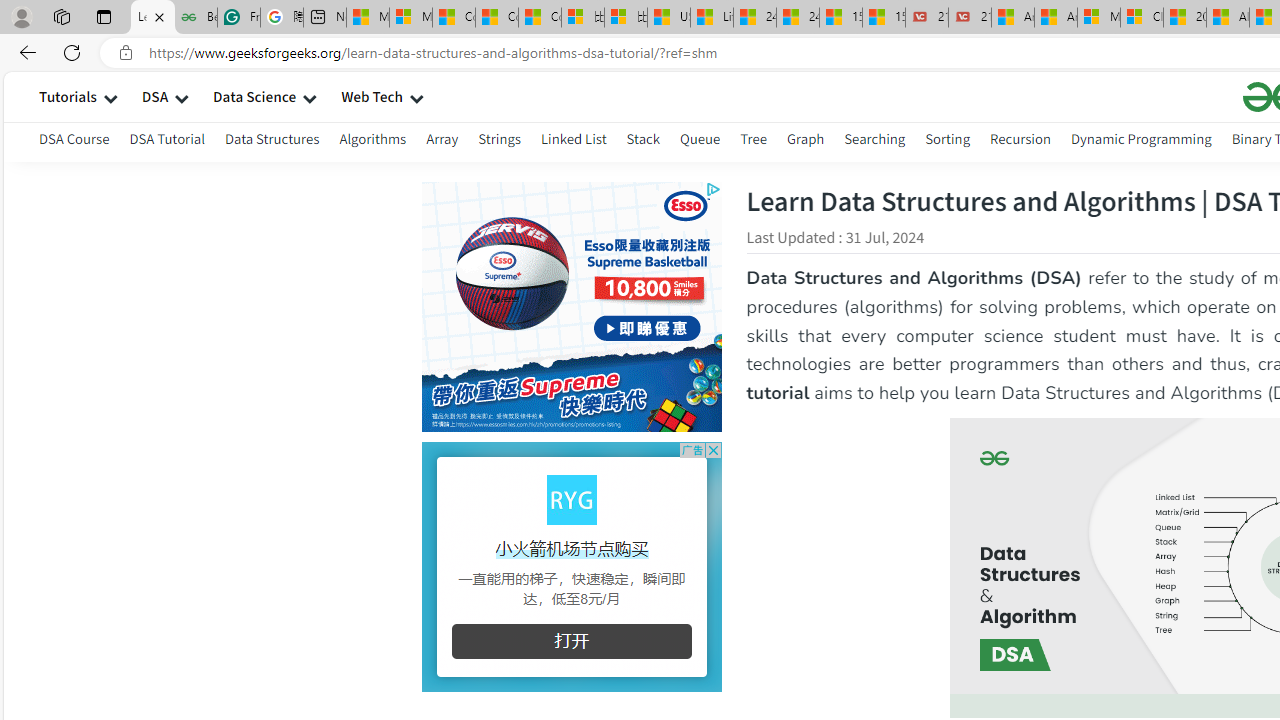 The width and height of the screenshot is (1280, 720). What do you see at coordinates (373, 141) in the screenshot?
I see `'Algorithms'` at bounding box center [373, 141].